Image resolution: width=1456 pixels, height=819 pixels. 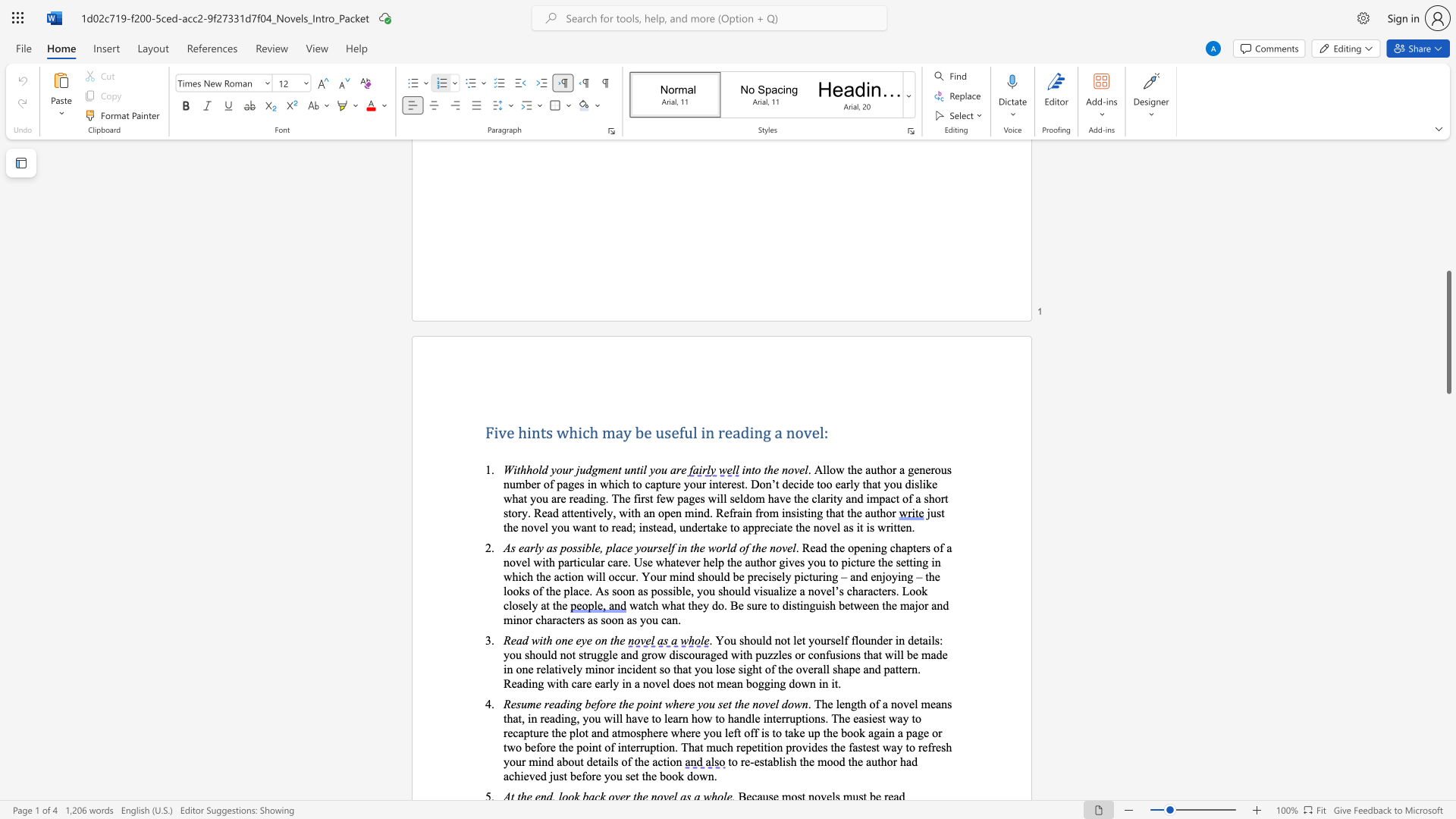 I want to click on the 2th character "u" in the text, so click(x=576, y=761).